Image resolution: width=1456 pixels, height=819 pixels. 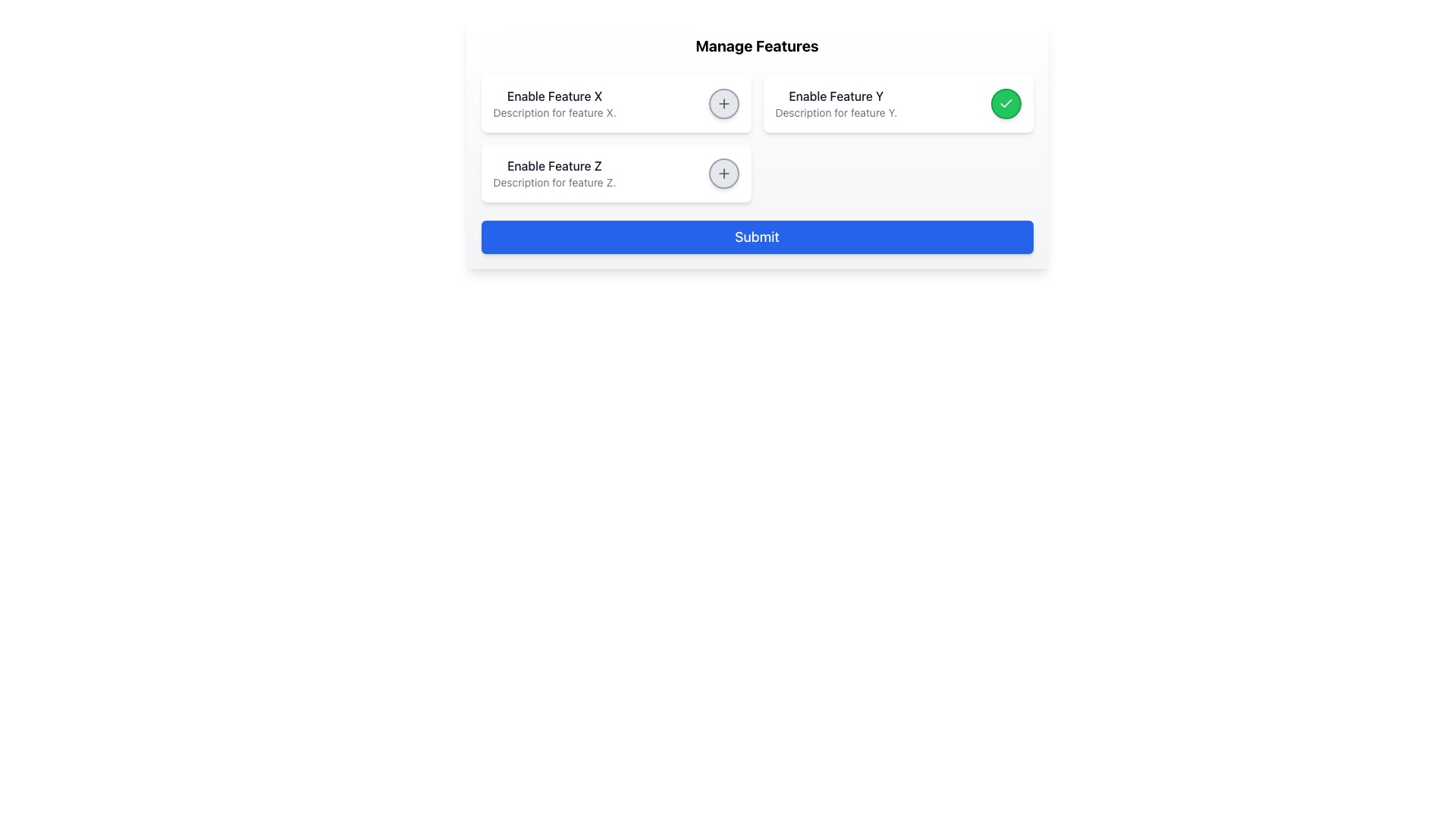 I want to click on the wide rectangular 'Submit' button located at the bottom of the section with a blue background and white text, so click(x=757, y=237).